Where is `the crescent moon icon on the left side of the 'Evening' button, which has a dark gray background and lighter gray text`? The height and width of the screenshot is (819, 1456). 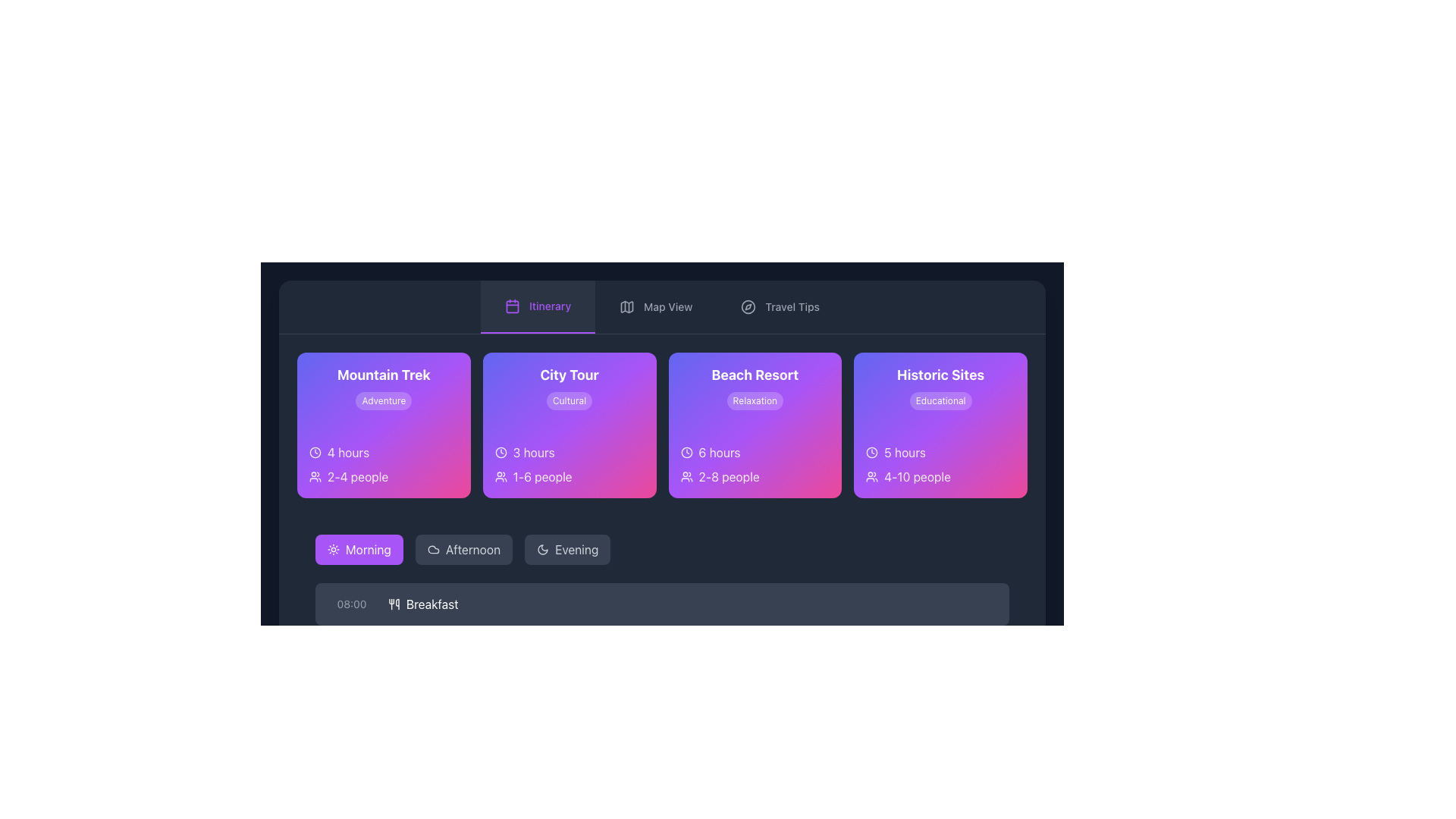 the crescent moon icon on the left side of the 'Evening' button, which has a dark gray background and lighter gray text is located at coordinates (542, 550).